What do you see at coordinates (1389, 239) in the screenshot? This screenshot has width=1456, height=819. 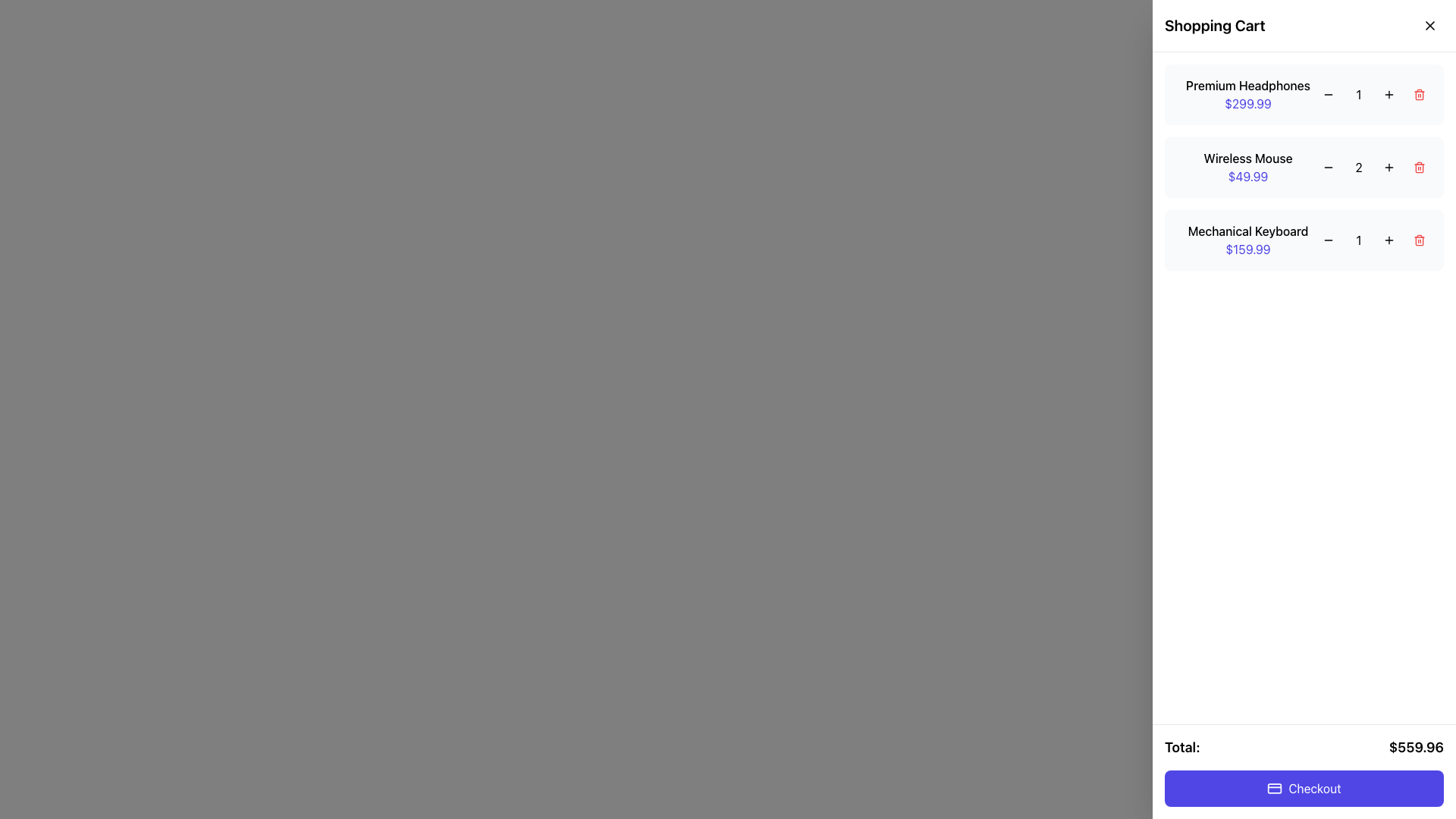 I see `the circular button with a plus symbol to increment the quantity of the 'Mechanical Keyboard' in the shopping cart` at bounding box center [1389, 239].